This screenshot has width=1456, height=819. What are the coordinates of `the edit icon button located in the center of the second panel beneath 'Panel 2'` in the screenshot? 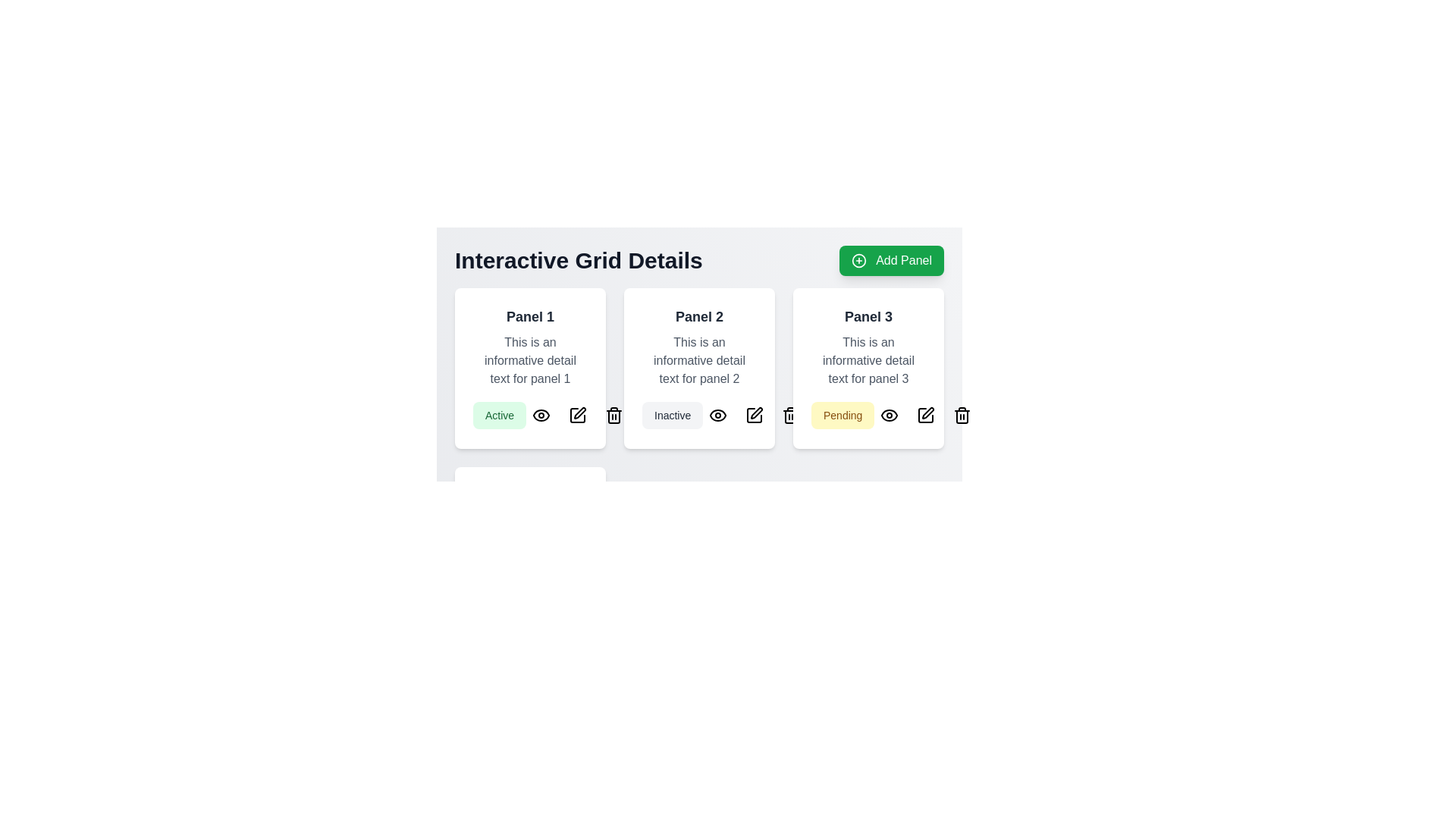 It's located at (755, 415).